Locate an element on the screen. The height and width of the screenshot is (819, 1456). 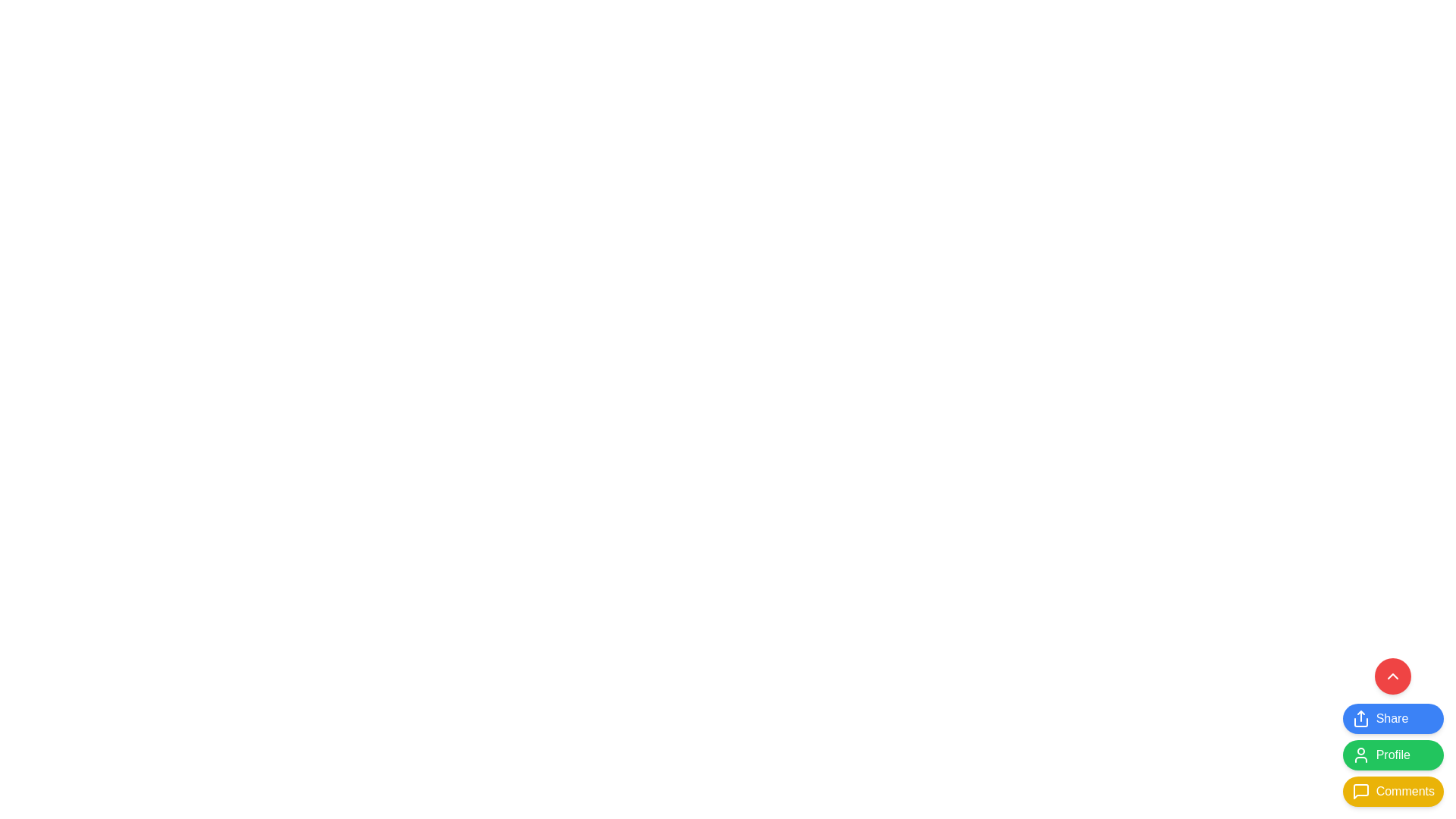
the second button titled 'Profile' in the vertical group of buttons is located at coordinates (1393, 755).